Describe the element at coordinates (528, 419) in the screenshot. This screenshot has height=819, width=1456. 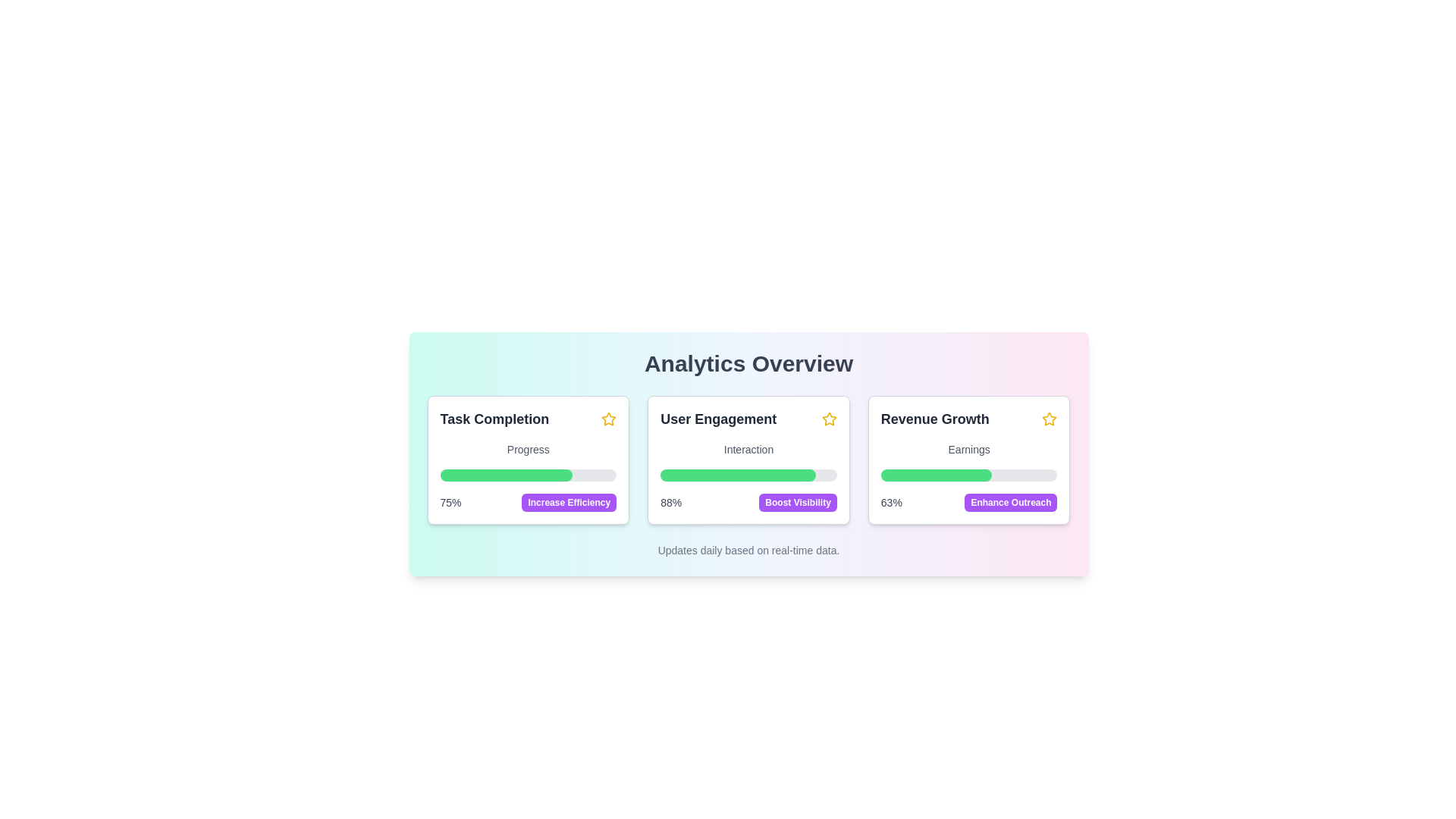
I see `the prominent 'Task Completion' label that features bold text and a yellow star icon, indicating its importance` at that location.